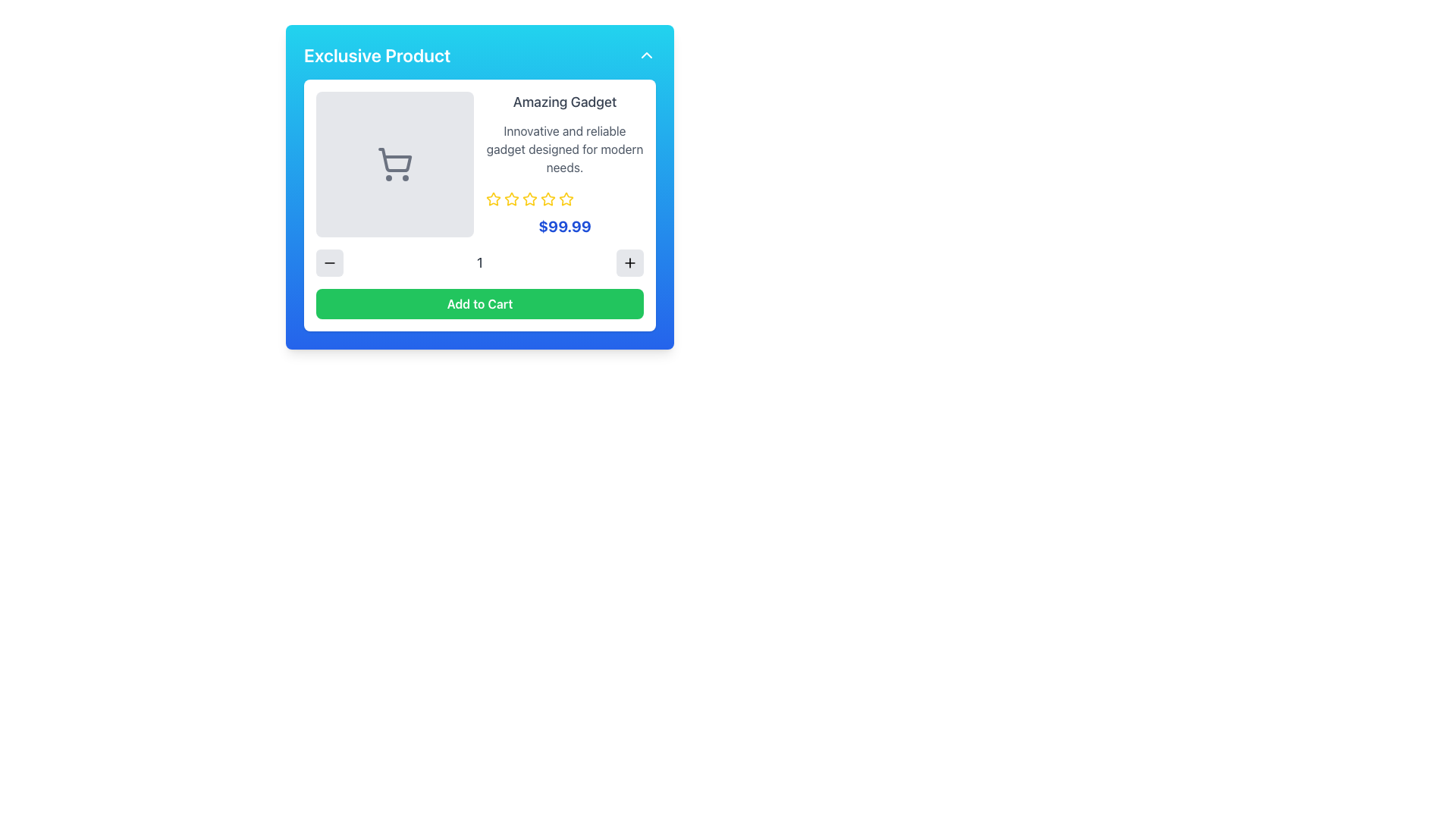 The width and height of the screenshot is (1456, 819). Describe the element at coordinates (563, 102) in the screenshot. I see `the text component displaying 'Amazing Gadget', which is styled in a grayish tone and positioned near the top of the product detail card` at that location.